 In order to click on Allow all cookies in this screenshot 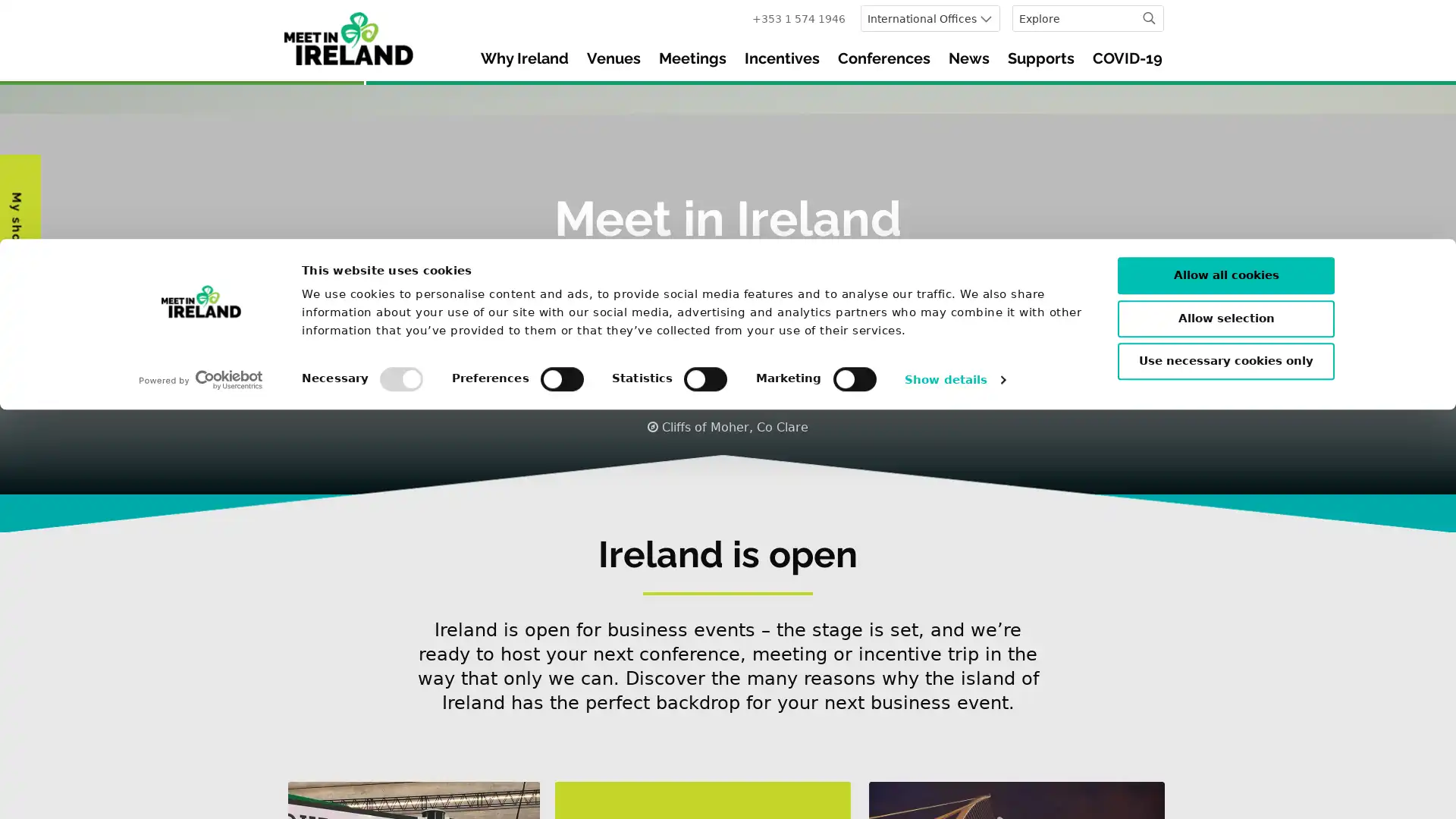, I will do `click(1226, 685)`.